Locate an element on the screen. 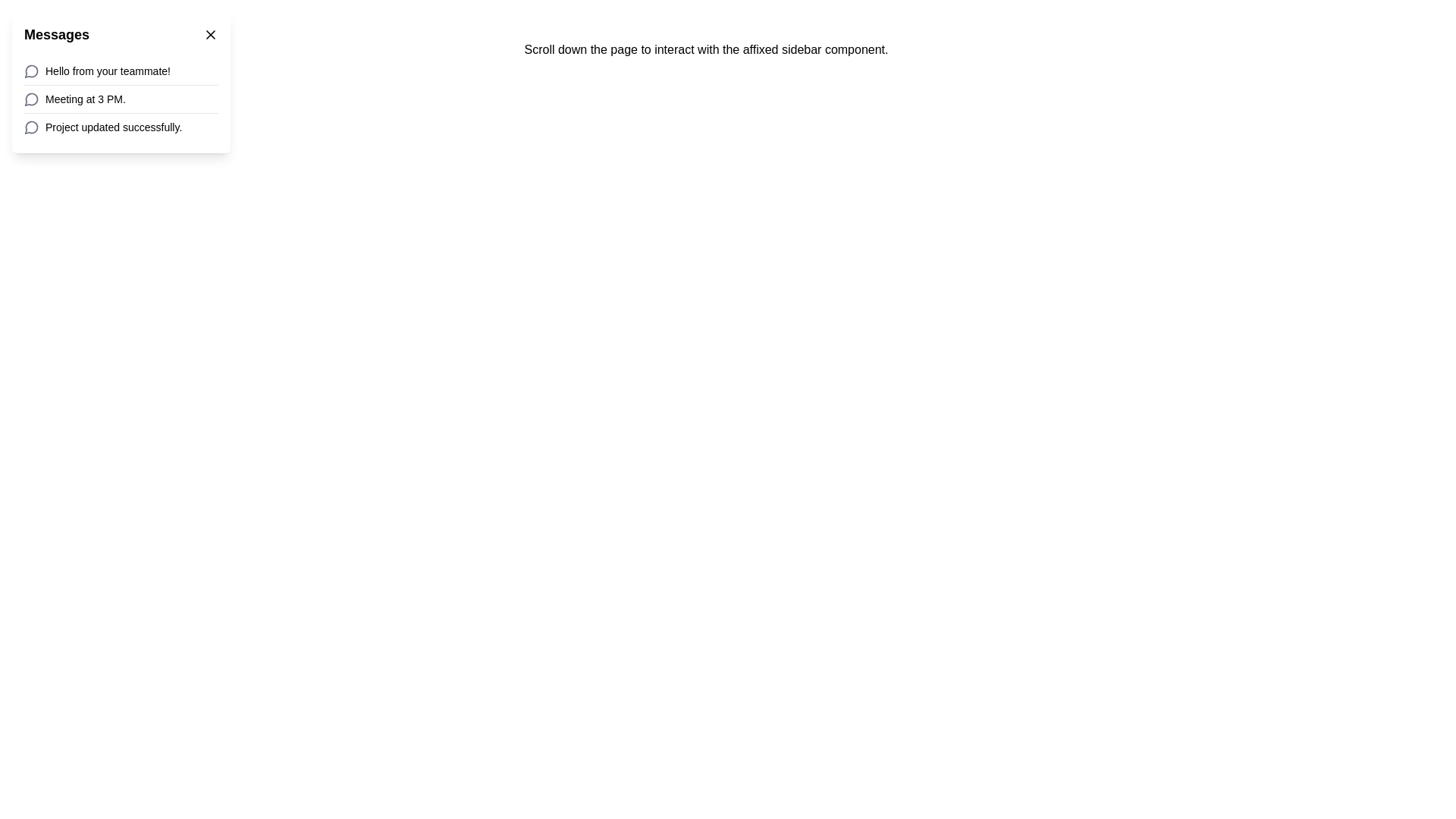 This screenshot has height=819, width=1456. the close button with an icon in the header of the 'Messages' interface is located at coordinates (210, 34).